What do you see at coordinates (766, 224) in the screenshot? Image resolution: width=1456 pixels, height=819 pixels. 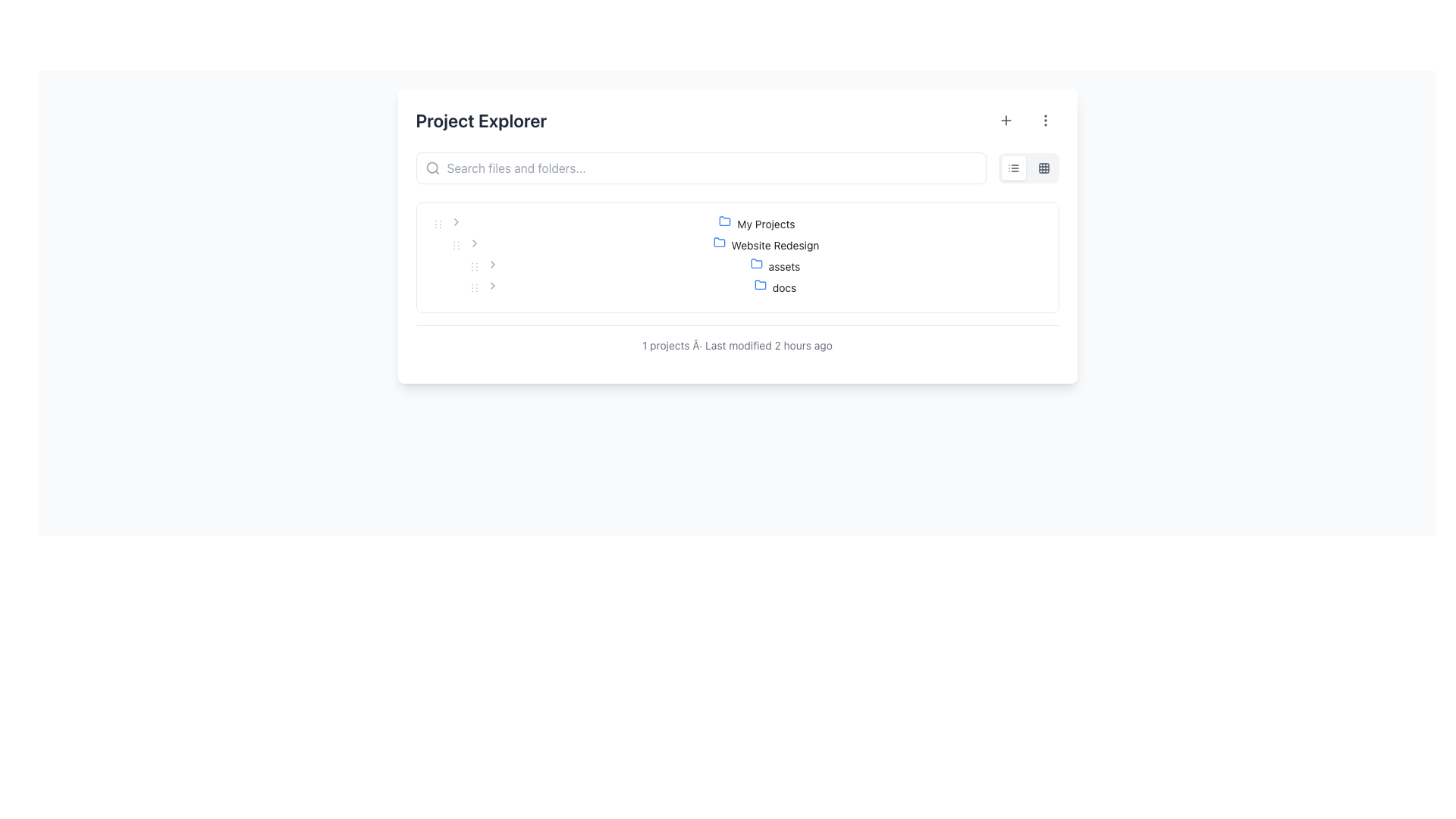 I see `the 'My Projects' text label located in the 'Project Explorer' panel, which is displayed in a standard sans-serif font and is positioned below the search bar and above other folder listings` at bounding box center [766, 224].